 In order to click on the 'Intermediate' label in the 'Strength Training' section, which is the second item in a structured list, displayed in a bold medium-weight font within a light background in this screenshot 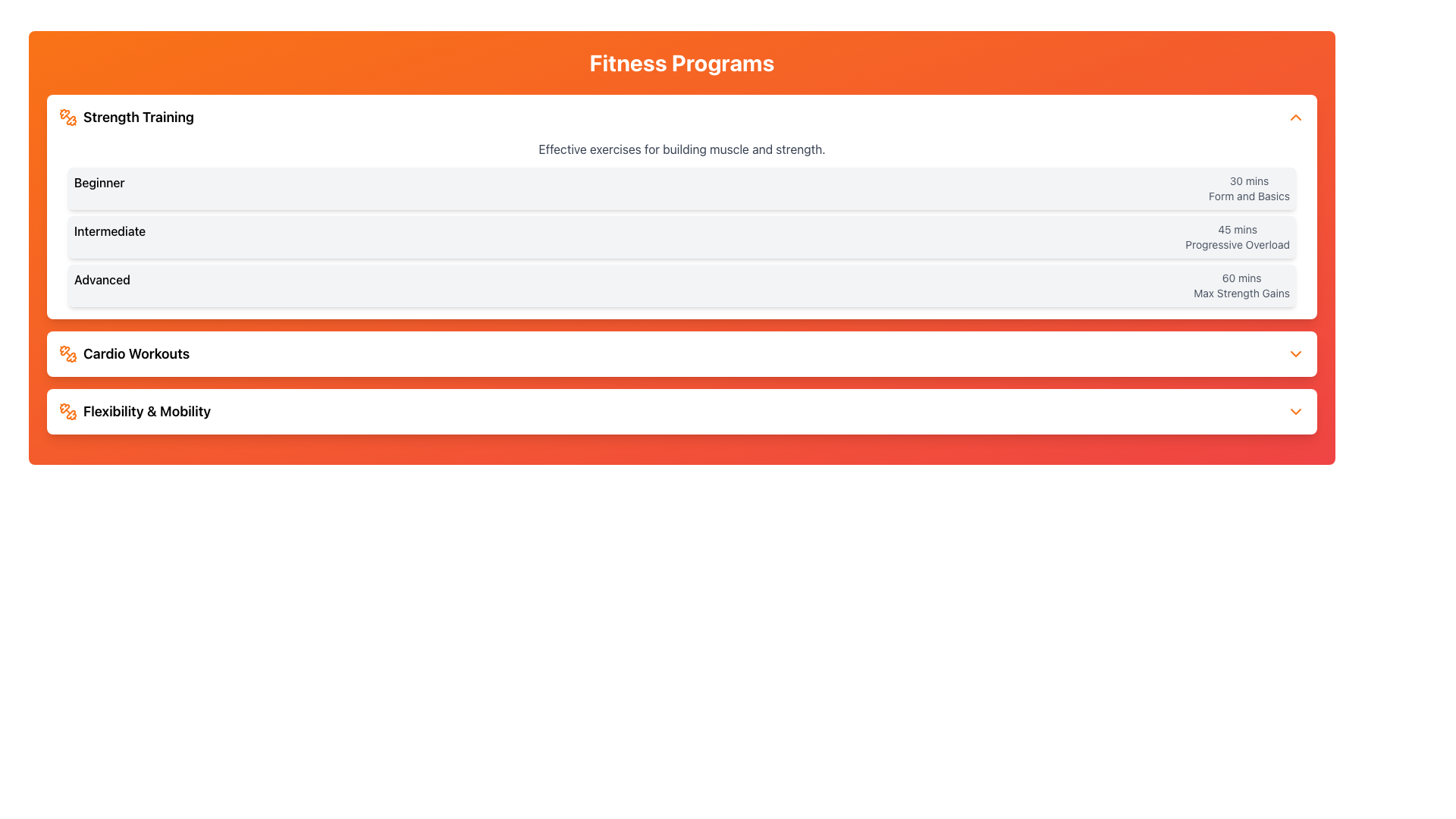, I will do `click(109, 237)`.